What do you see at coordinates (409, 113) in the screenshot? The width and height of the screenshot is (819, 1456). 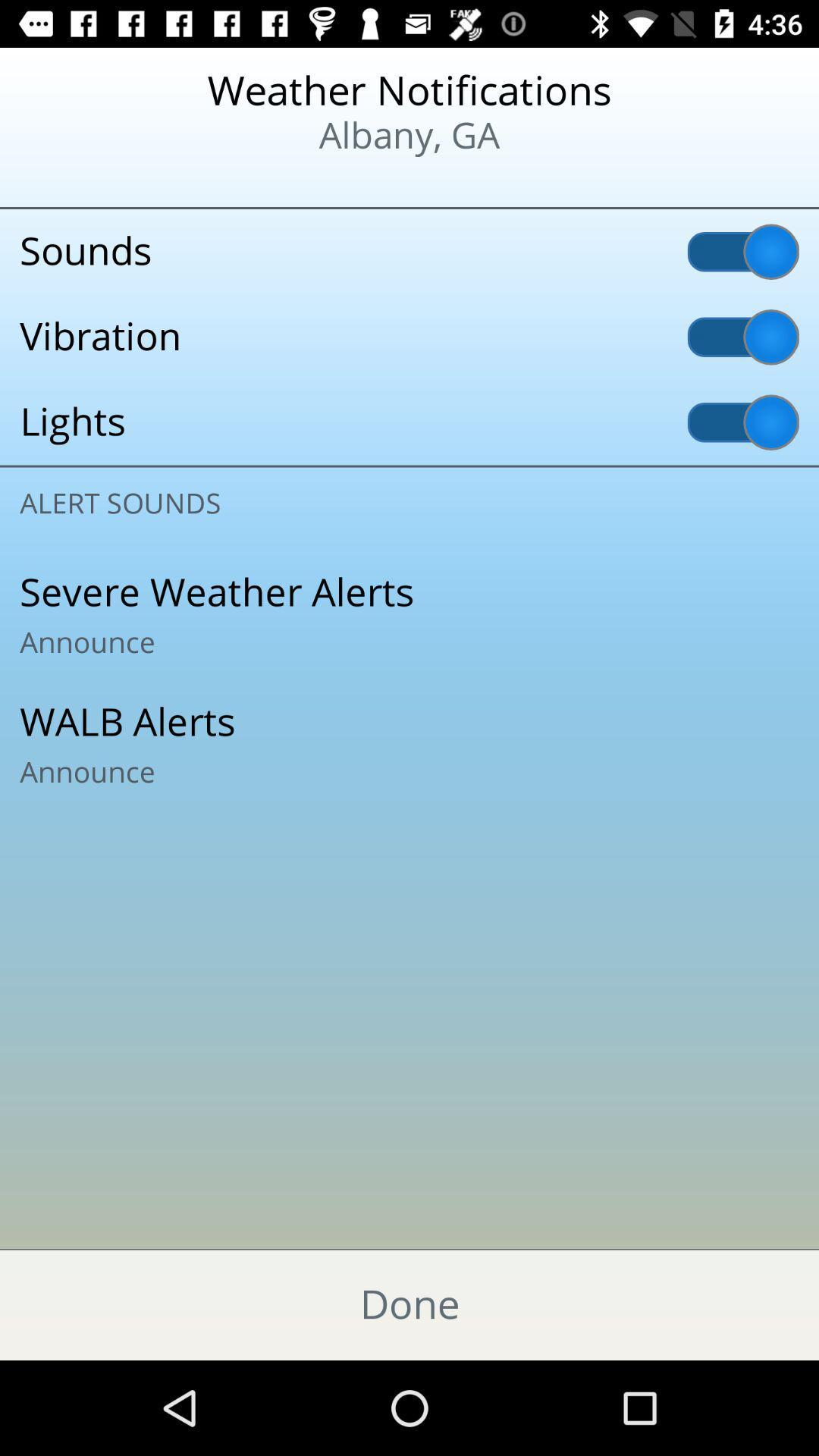 I see `the two lines text which is on the top of the page` at bounding box center [409, 113].